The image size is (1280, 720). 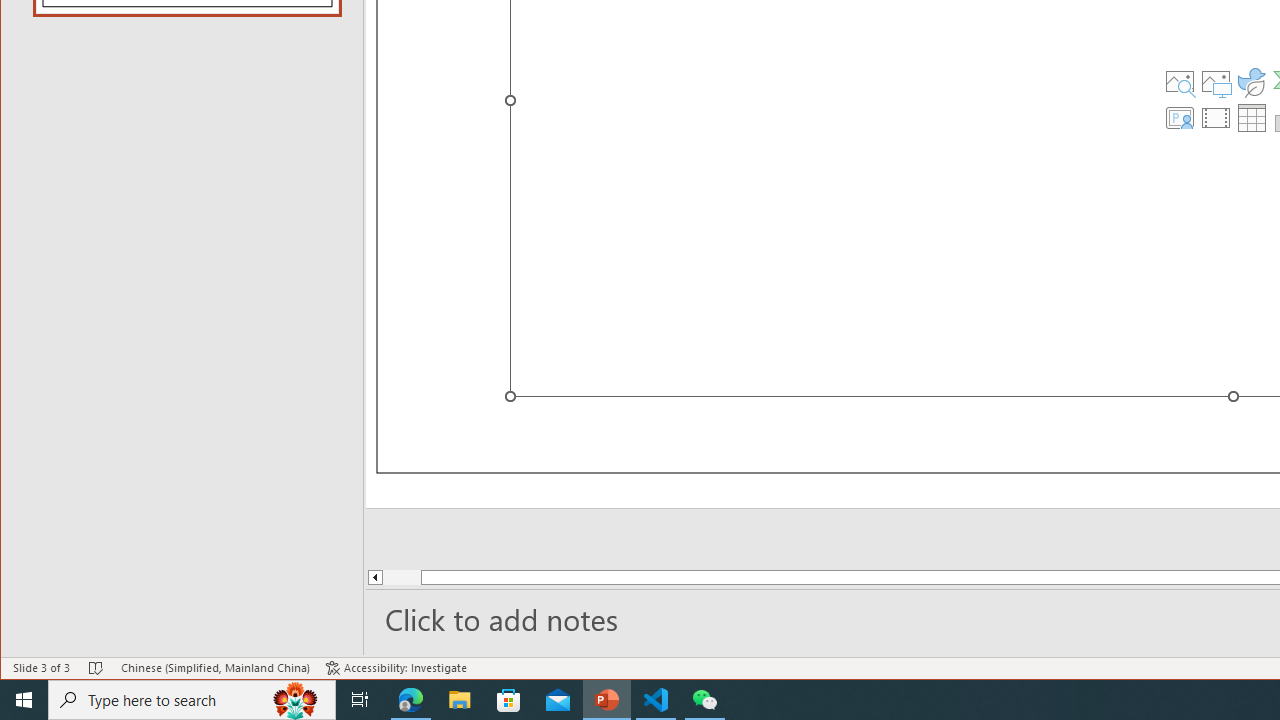 What do you see at coordinates (359, 698) in the screenshot?
I see `'Task View'` at bounding box center [359, 698].